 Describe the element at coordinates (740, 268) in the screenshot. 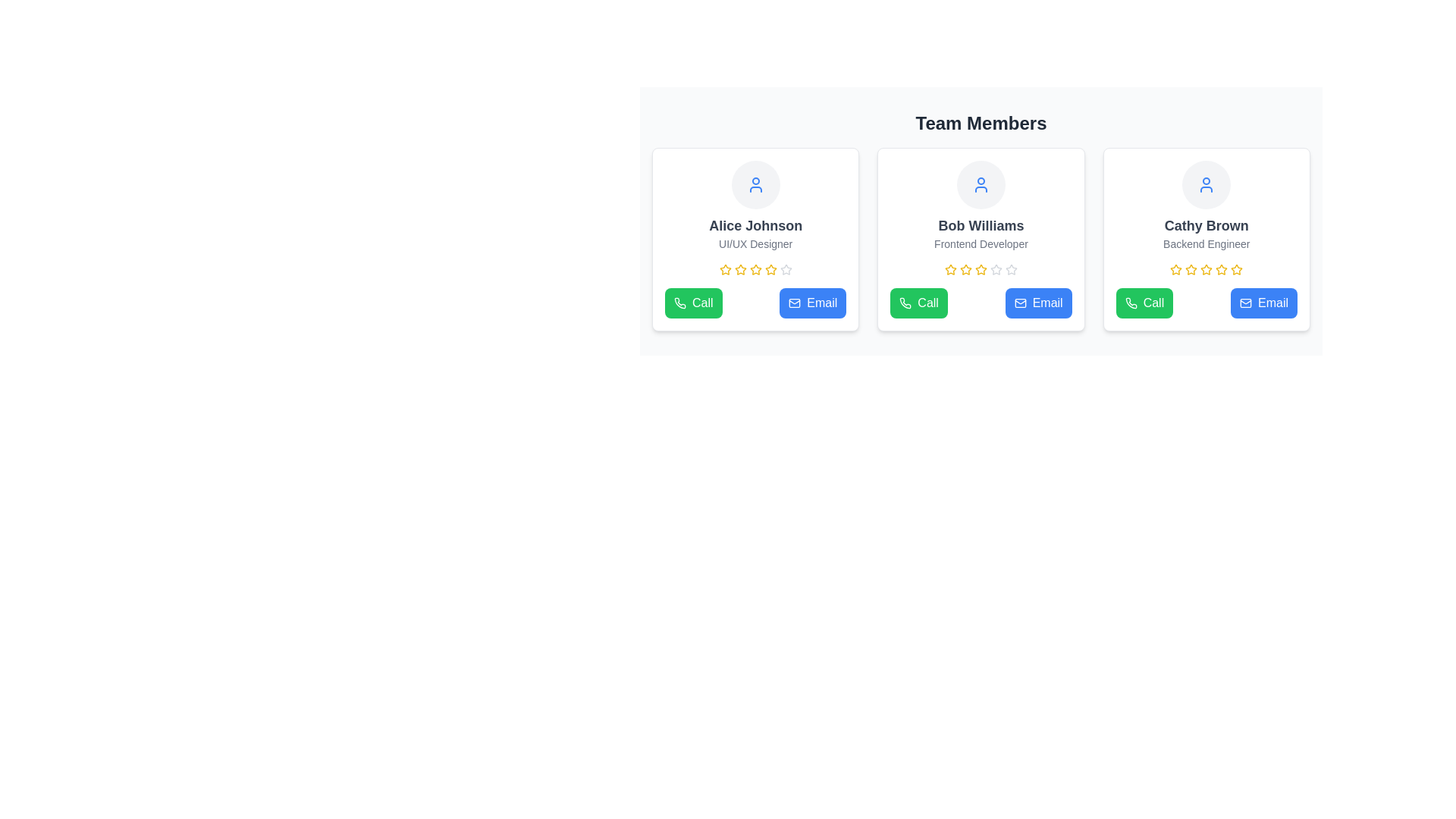

I see `the third star in the rating system under the 'Alice Johnson' contact card` at that location.